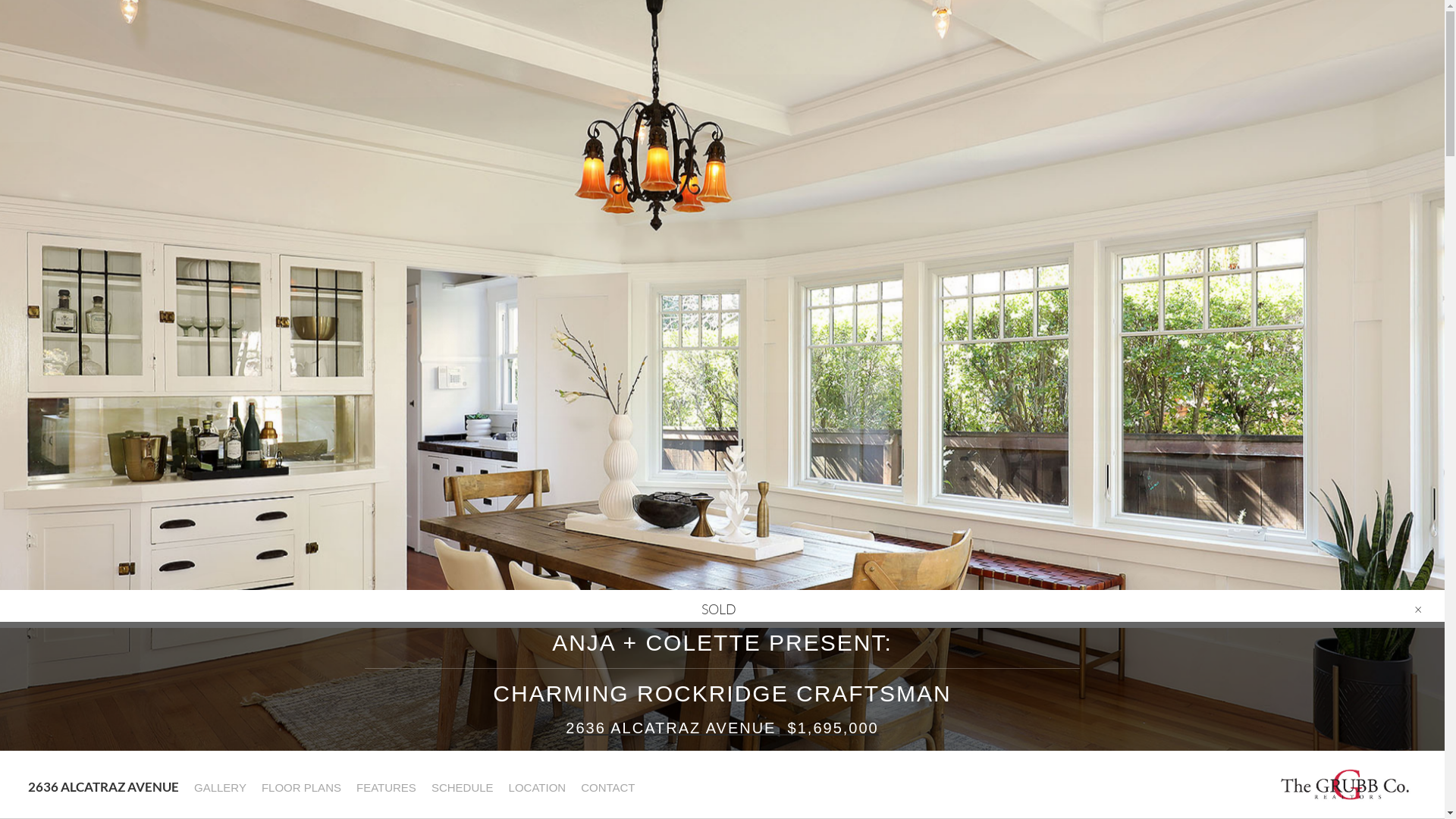 The width and height of the screenshot is (1456, 819). I want to click on 'SCHEDULE', so click(461, 786).